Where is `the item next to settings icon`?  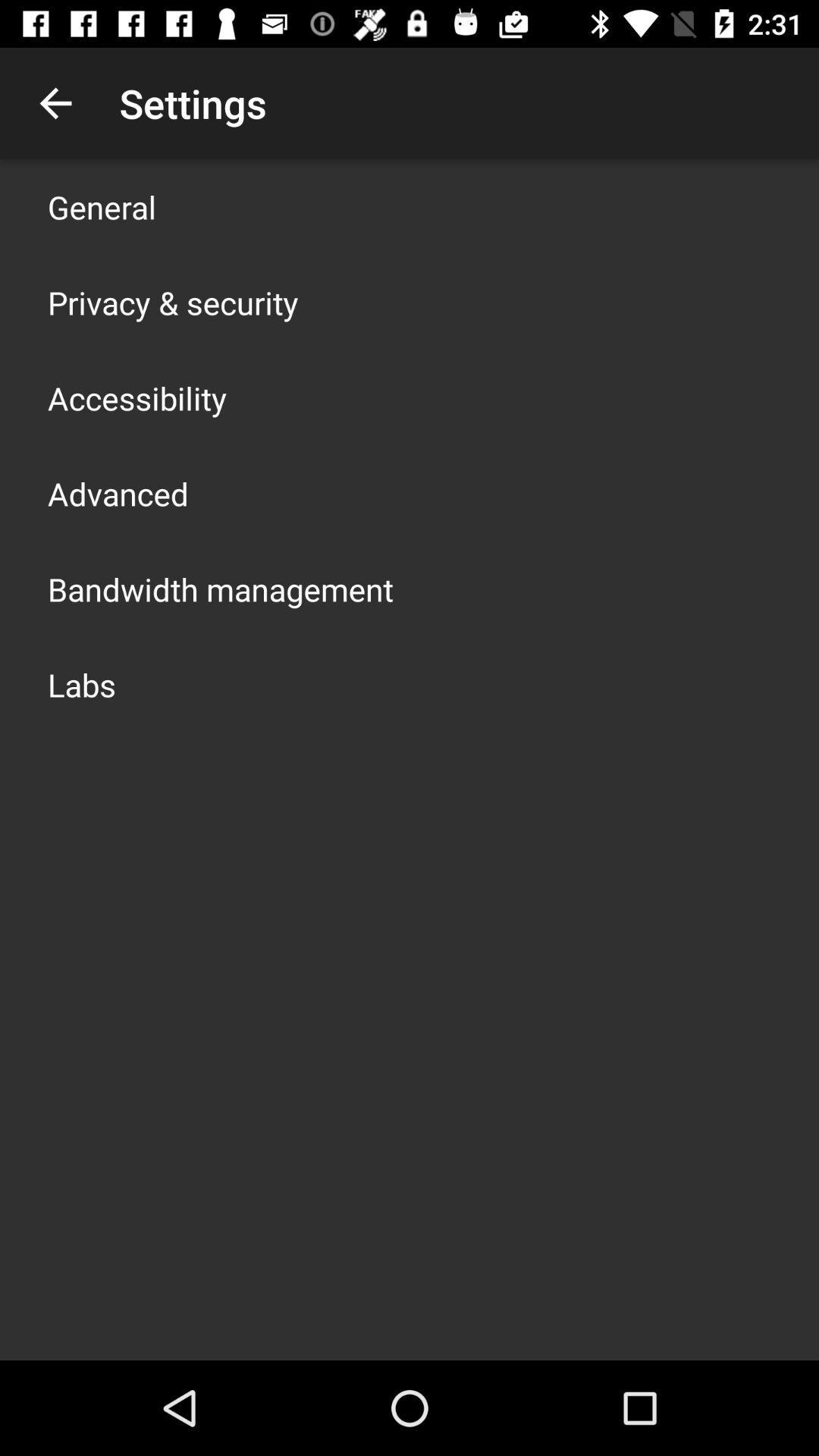 the item next to settings icon is located at coordinates (55, 102).